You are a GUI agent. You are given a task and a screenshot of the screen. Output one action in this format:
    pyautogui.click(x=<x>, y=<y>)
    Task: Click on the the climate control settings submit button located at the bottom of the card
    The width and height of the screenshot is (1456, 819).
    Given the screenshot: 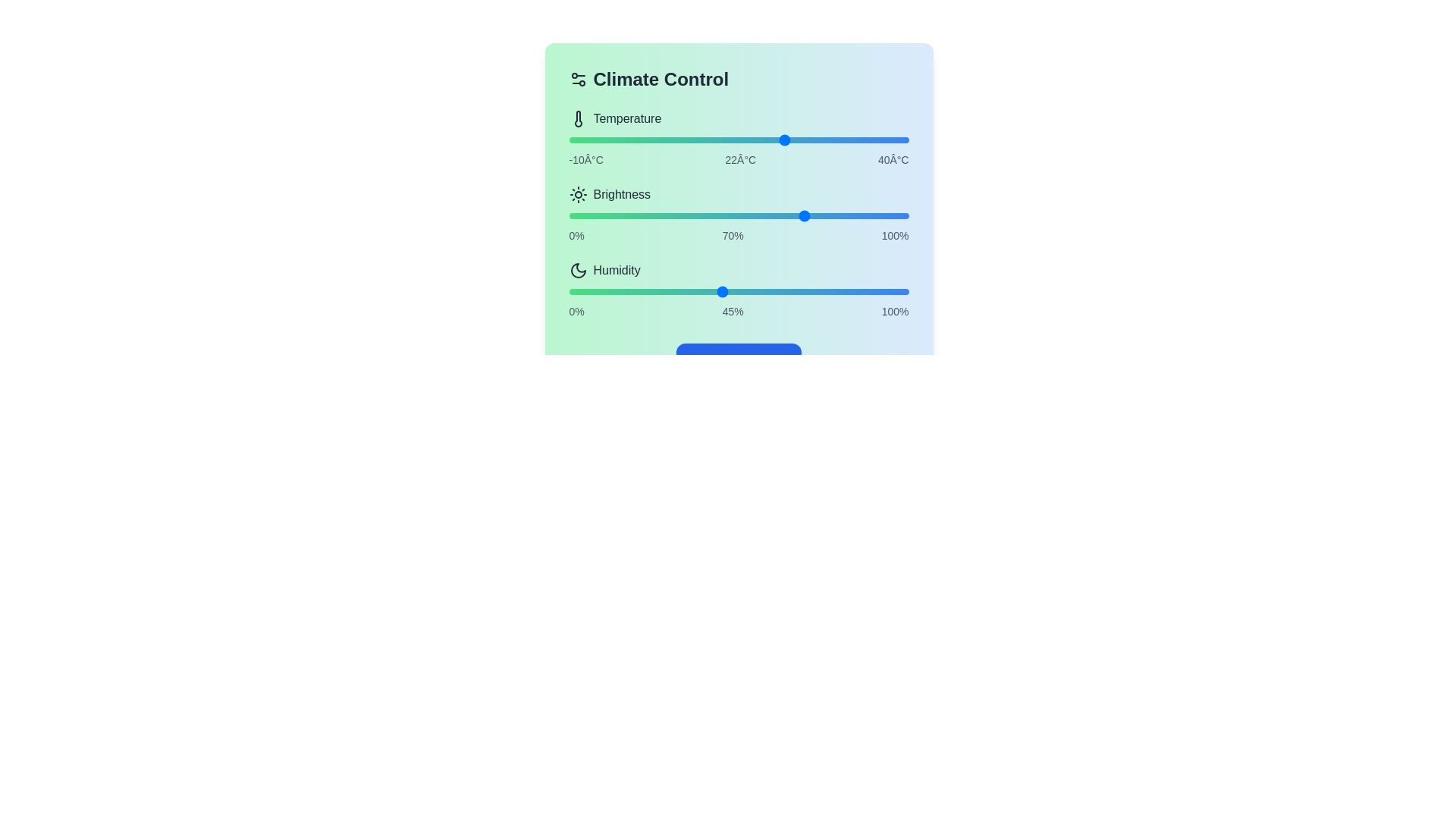 What is the action you would take?
    pyautogui.click(x=739, y=362)
    